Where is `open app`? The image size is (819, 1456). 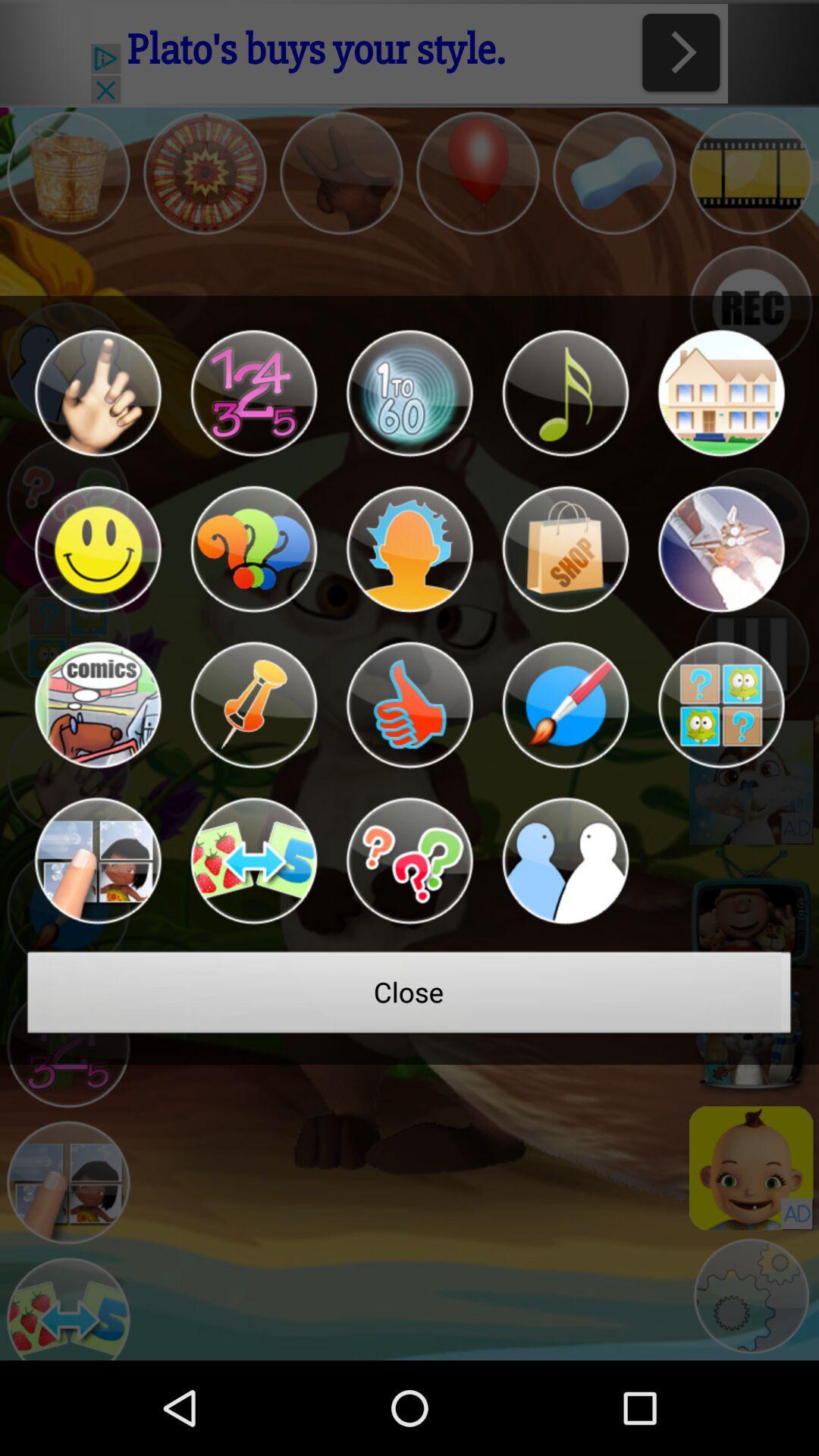 open app is located at coordinates (565, 548).